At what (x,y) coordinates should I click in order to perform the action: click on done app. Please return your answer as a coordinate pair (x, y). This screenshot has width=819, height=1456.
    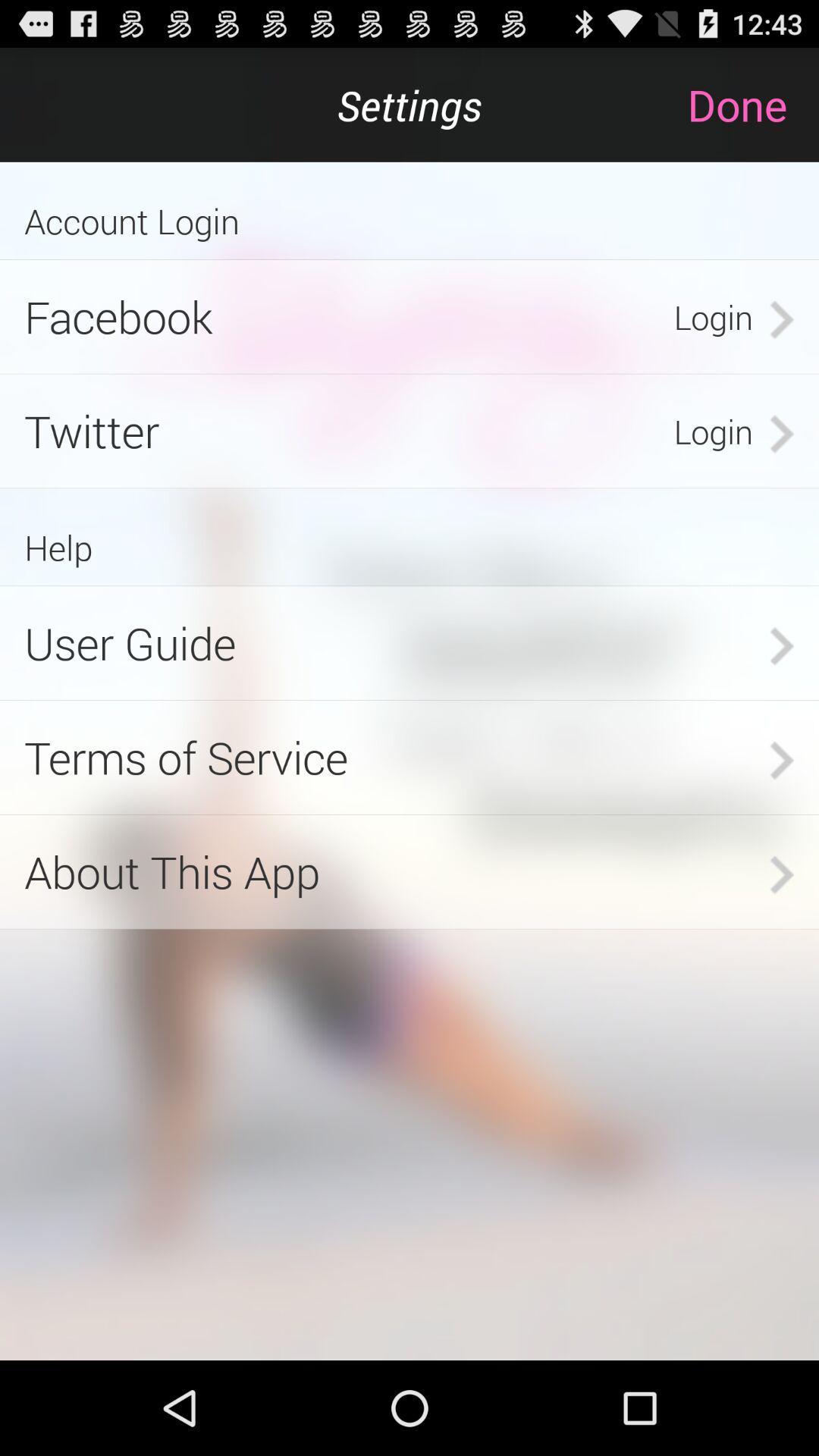
    Looking at the image, I should click on (752, 104).